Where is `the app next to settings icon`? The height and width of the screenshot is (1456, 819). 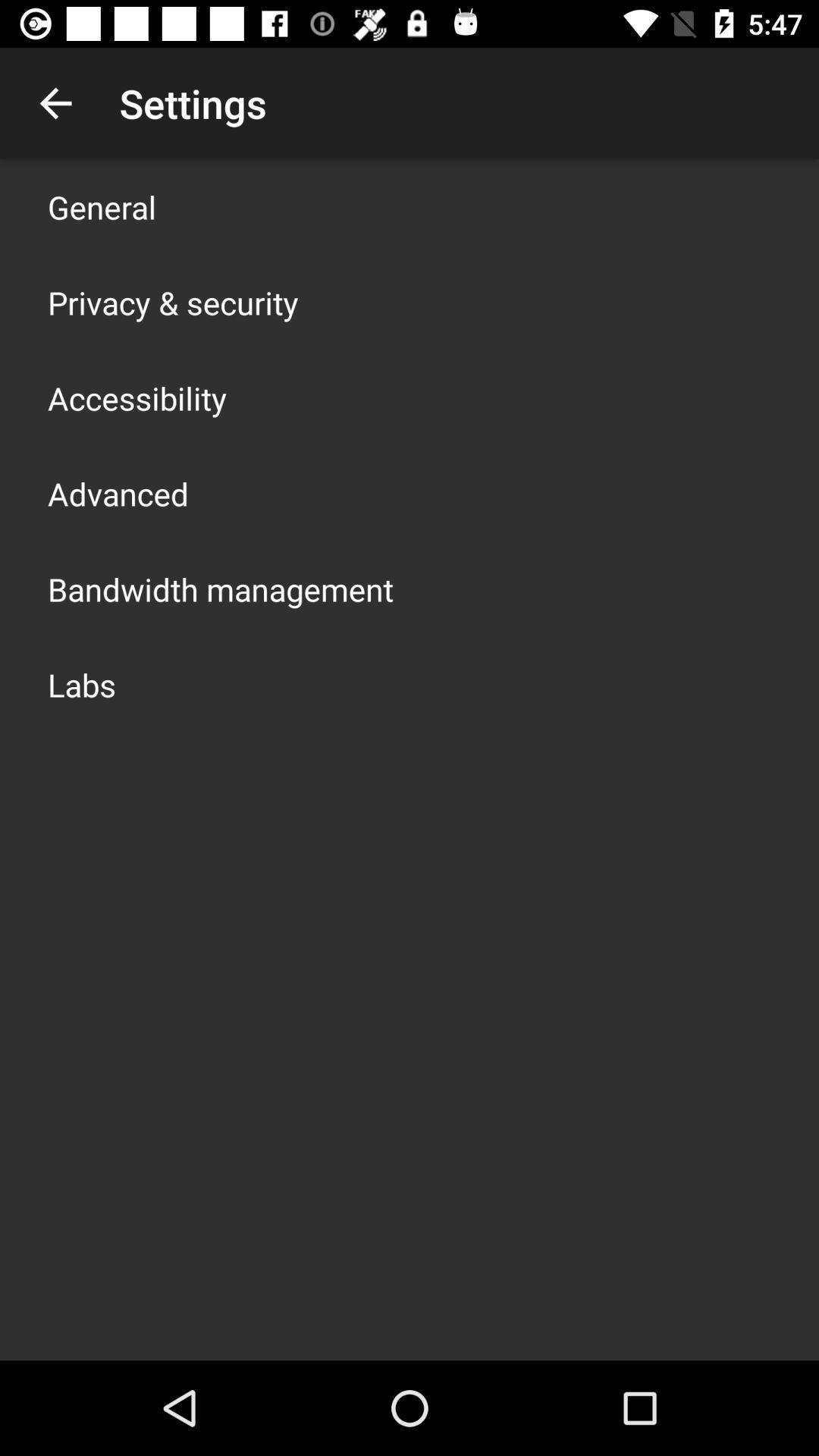
the app next to settings icon is located at coordinates (55, 102).